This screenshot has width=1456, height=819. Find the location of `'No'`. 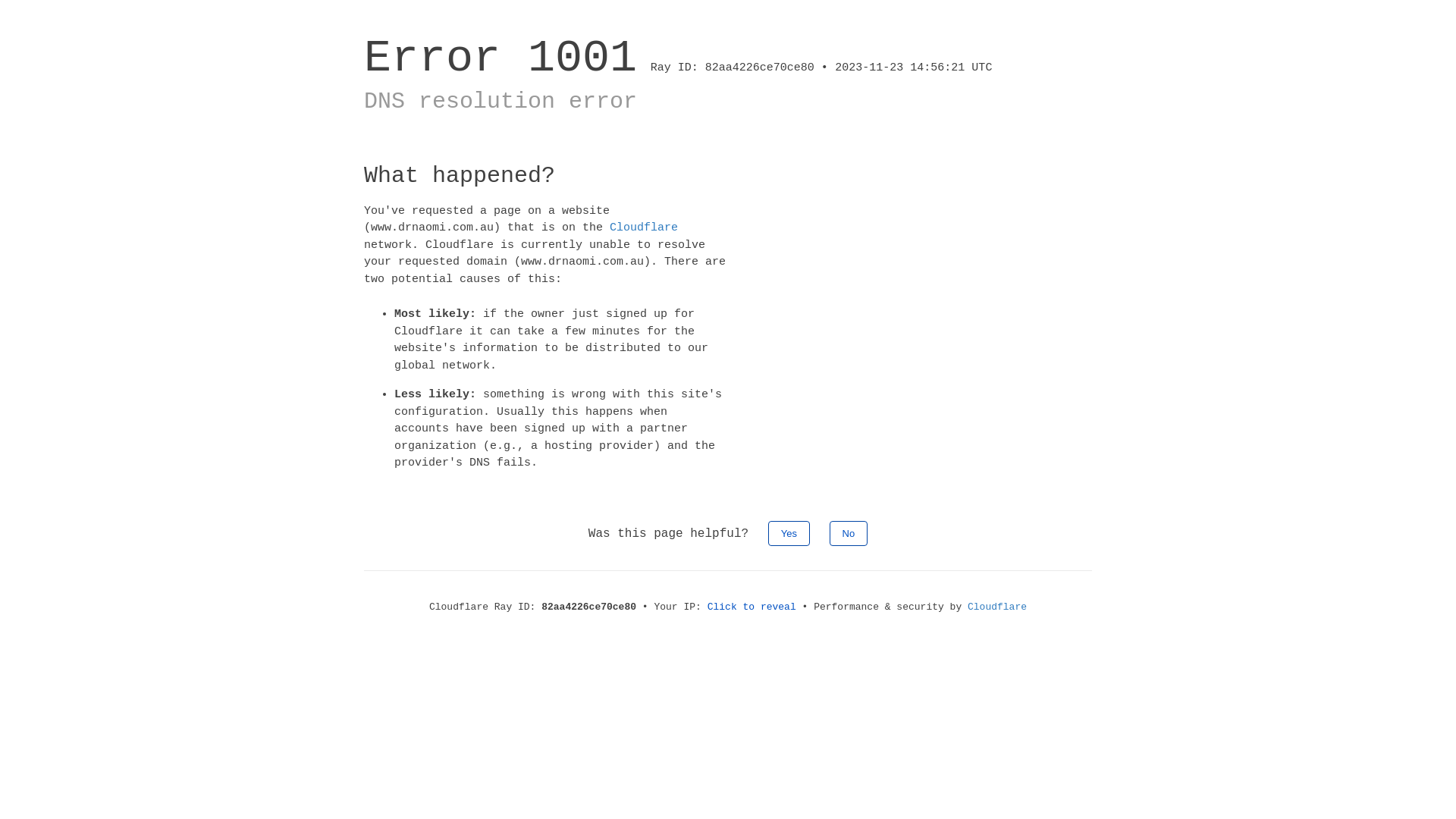

'No' is located at coordinates (848, 532).